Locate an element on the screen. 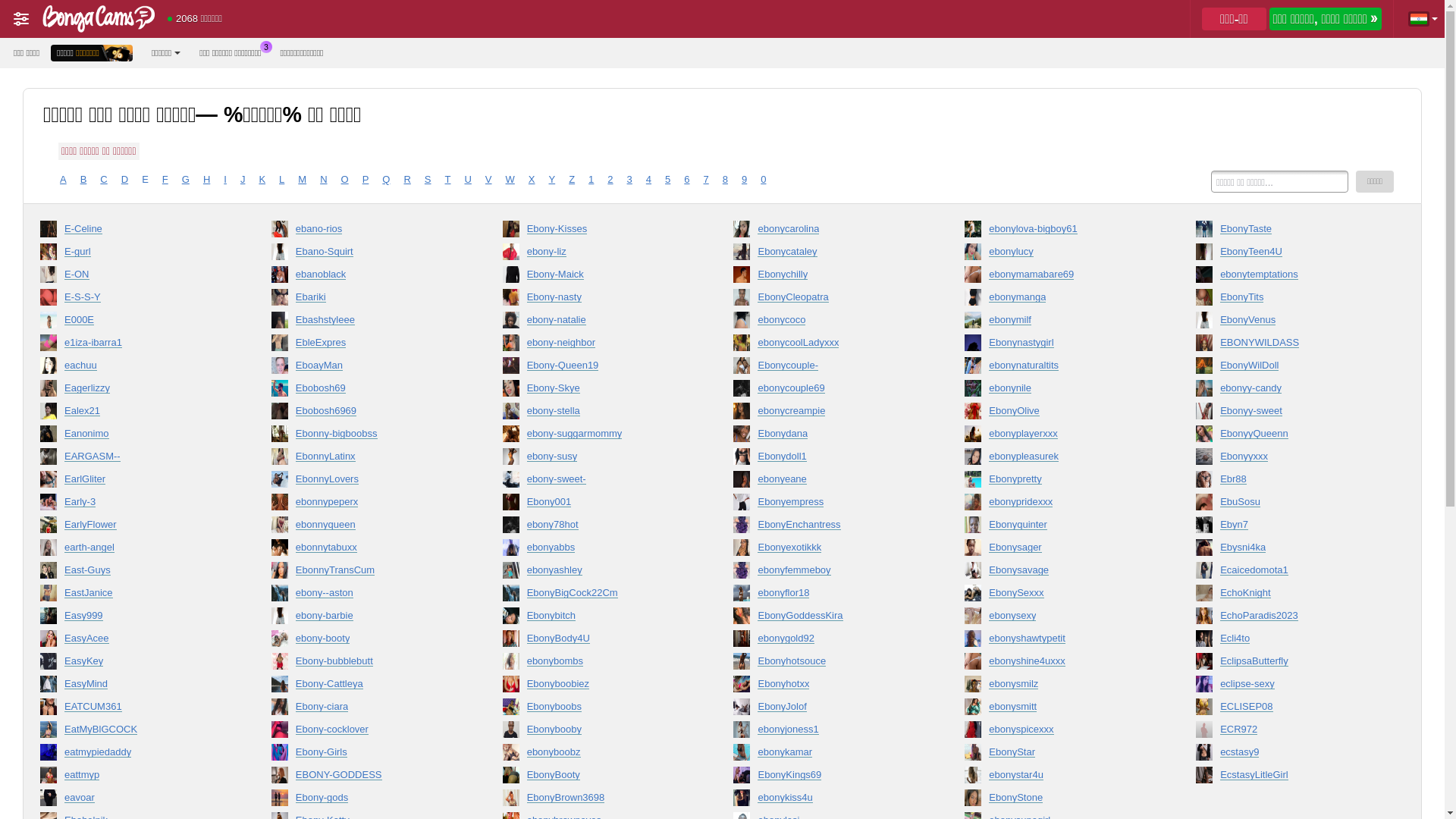  'O' is located at coordinates (344, 178).